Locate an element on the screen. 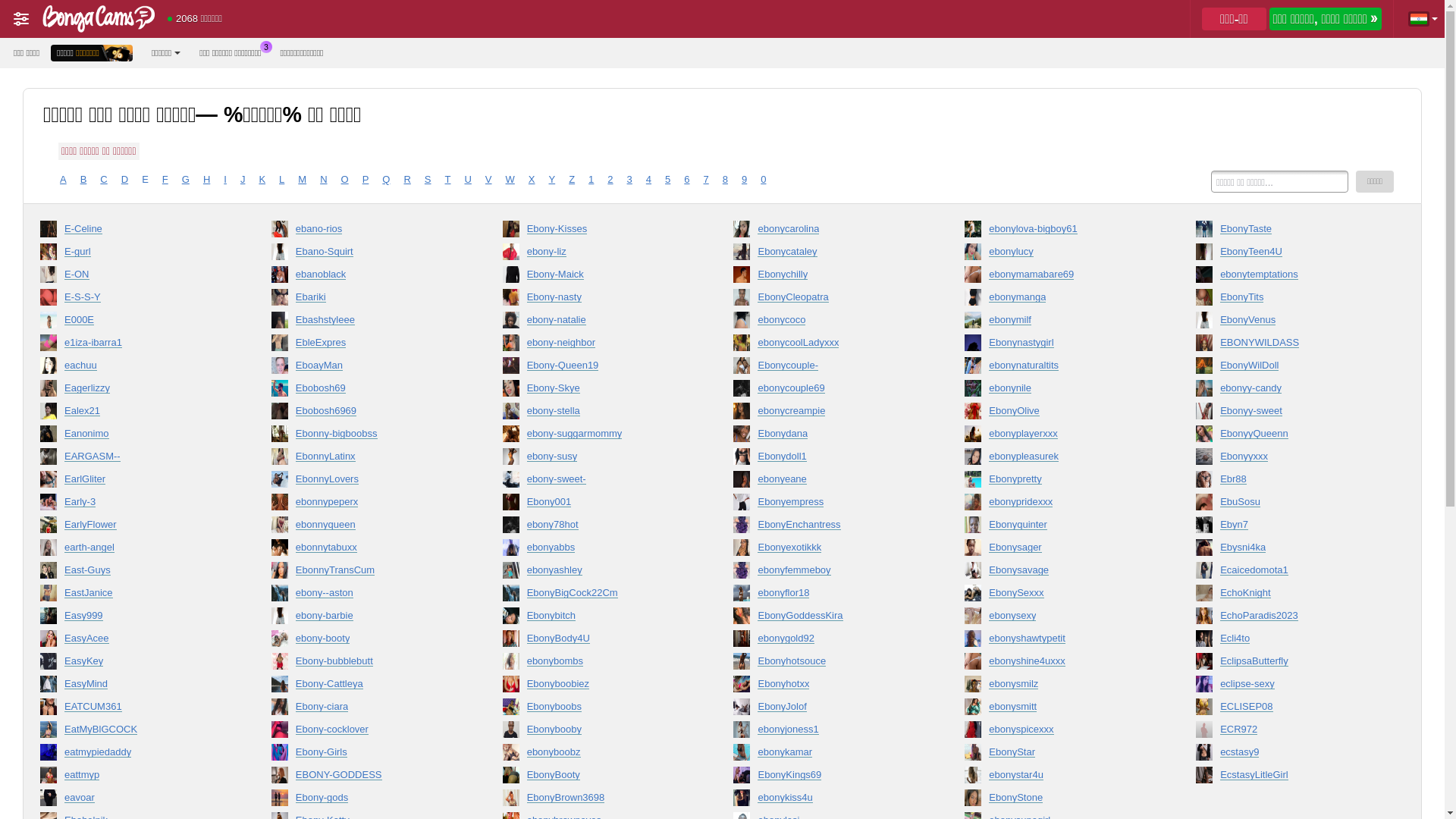  'O' is located at coordinates (344, 178).